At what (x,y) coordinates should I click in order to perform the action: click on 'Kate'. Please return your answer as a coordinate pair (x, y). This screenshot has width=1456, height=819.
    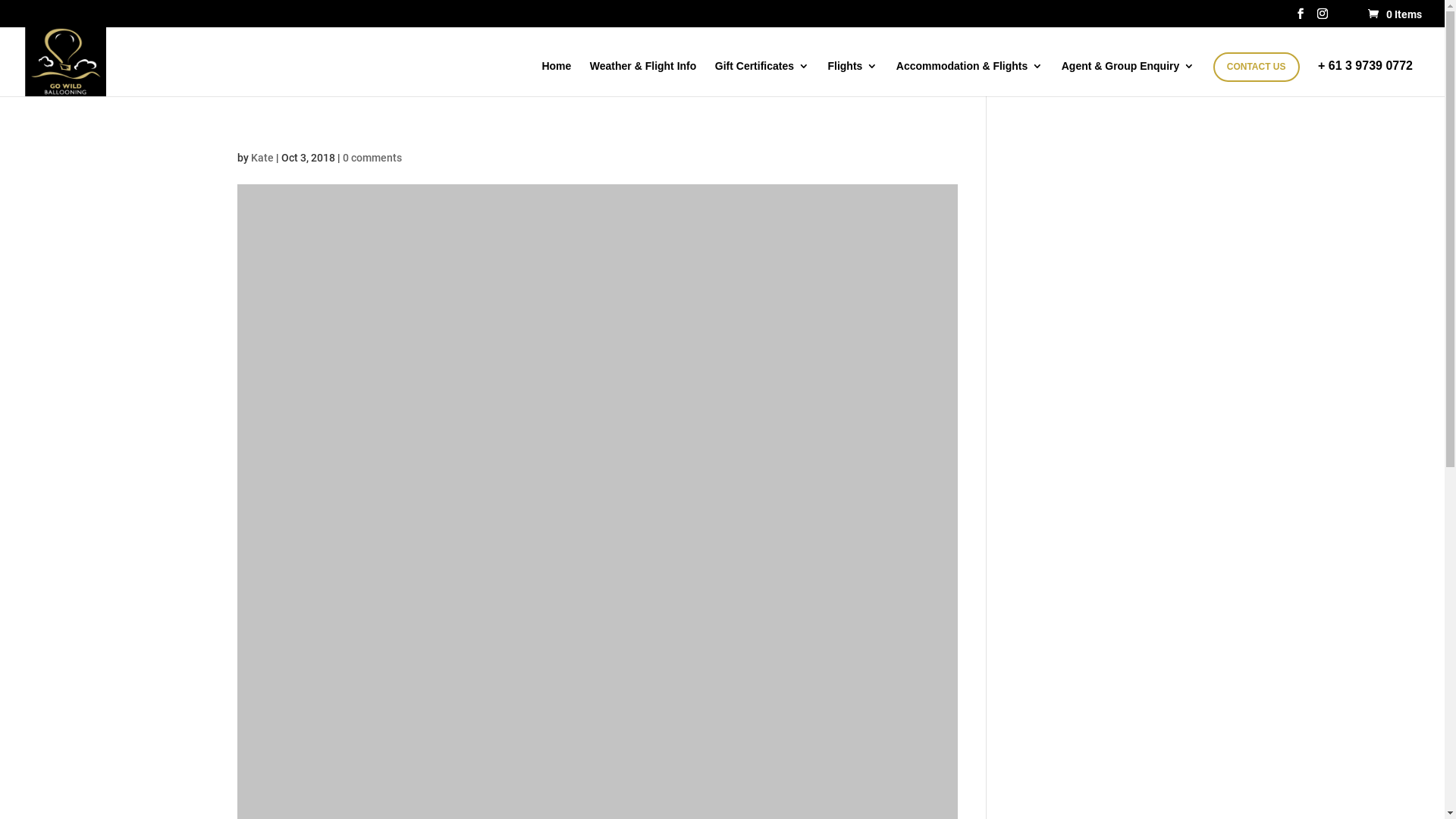
    Looking at the image, I should click on (262, 158).